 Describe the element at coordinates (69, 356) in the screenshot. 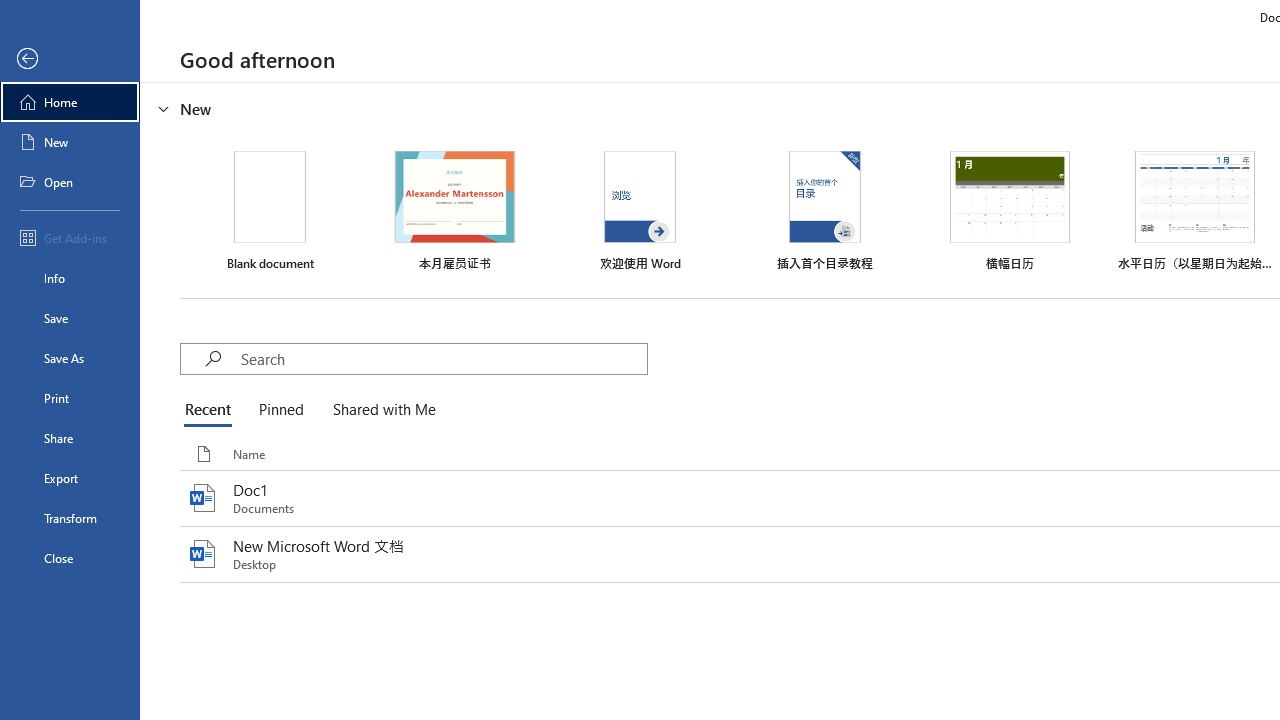

I see `'Save As'` at that location.